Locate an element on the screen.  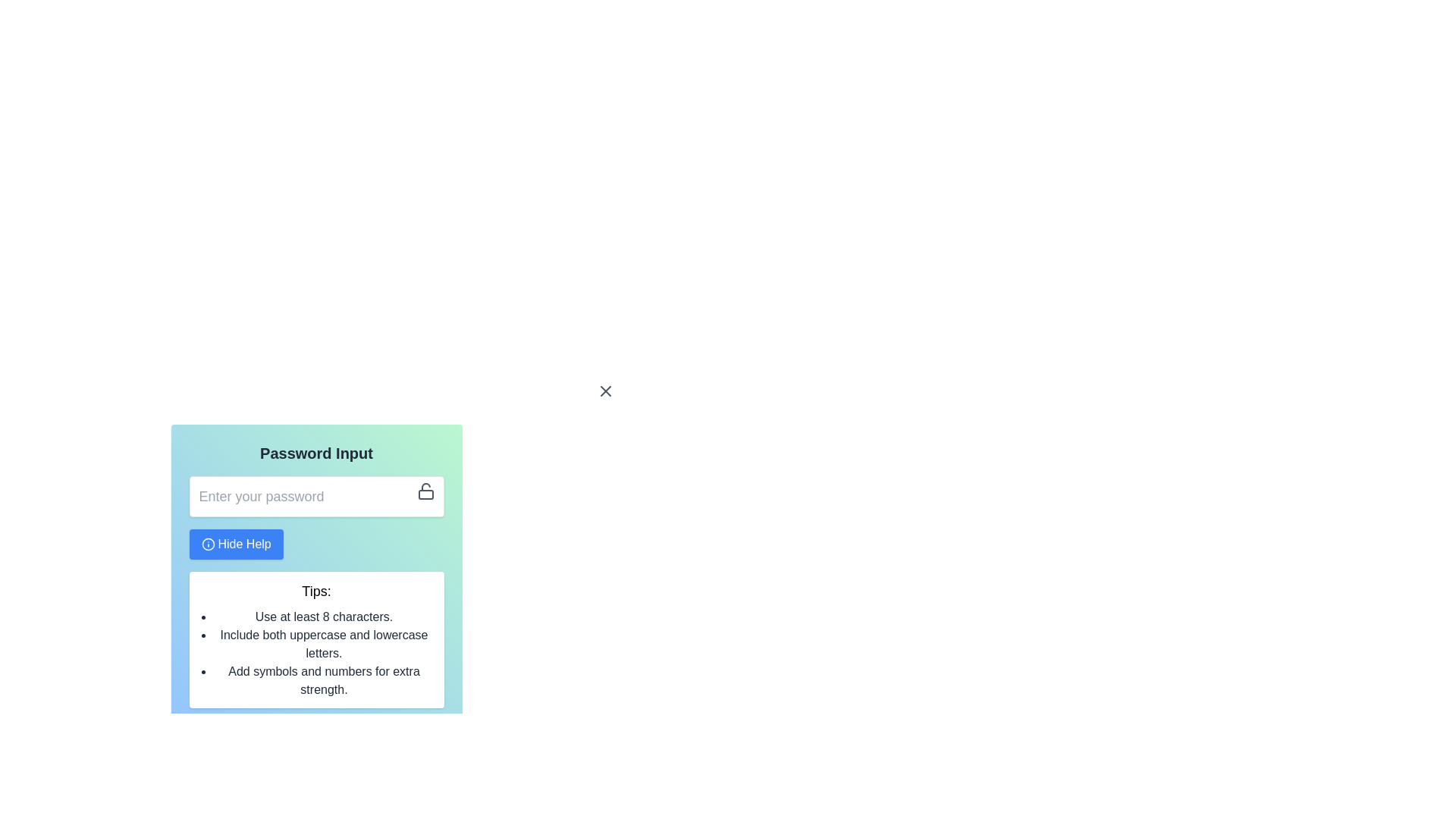
the close or dismiss button represented by the 'X' shape in the SVG graphic, which is located to the right of the password input field is located at coordinates (604, 391).